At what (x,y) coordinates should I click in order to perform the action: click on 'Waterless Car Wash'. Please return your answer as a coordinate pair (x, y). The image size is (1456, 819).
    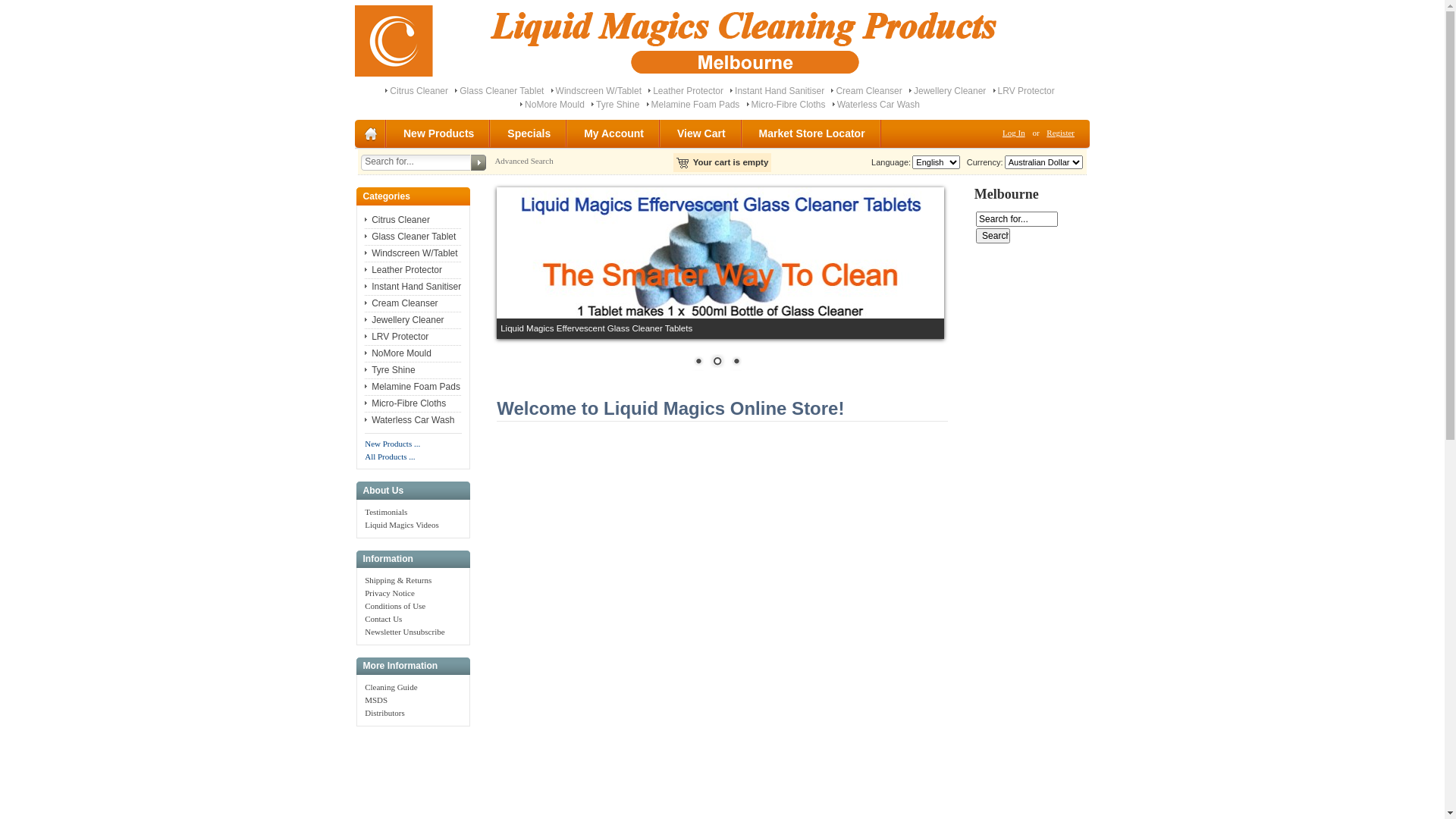
    Looking at the image, I should click on (878, 104).